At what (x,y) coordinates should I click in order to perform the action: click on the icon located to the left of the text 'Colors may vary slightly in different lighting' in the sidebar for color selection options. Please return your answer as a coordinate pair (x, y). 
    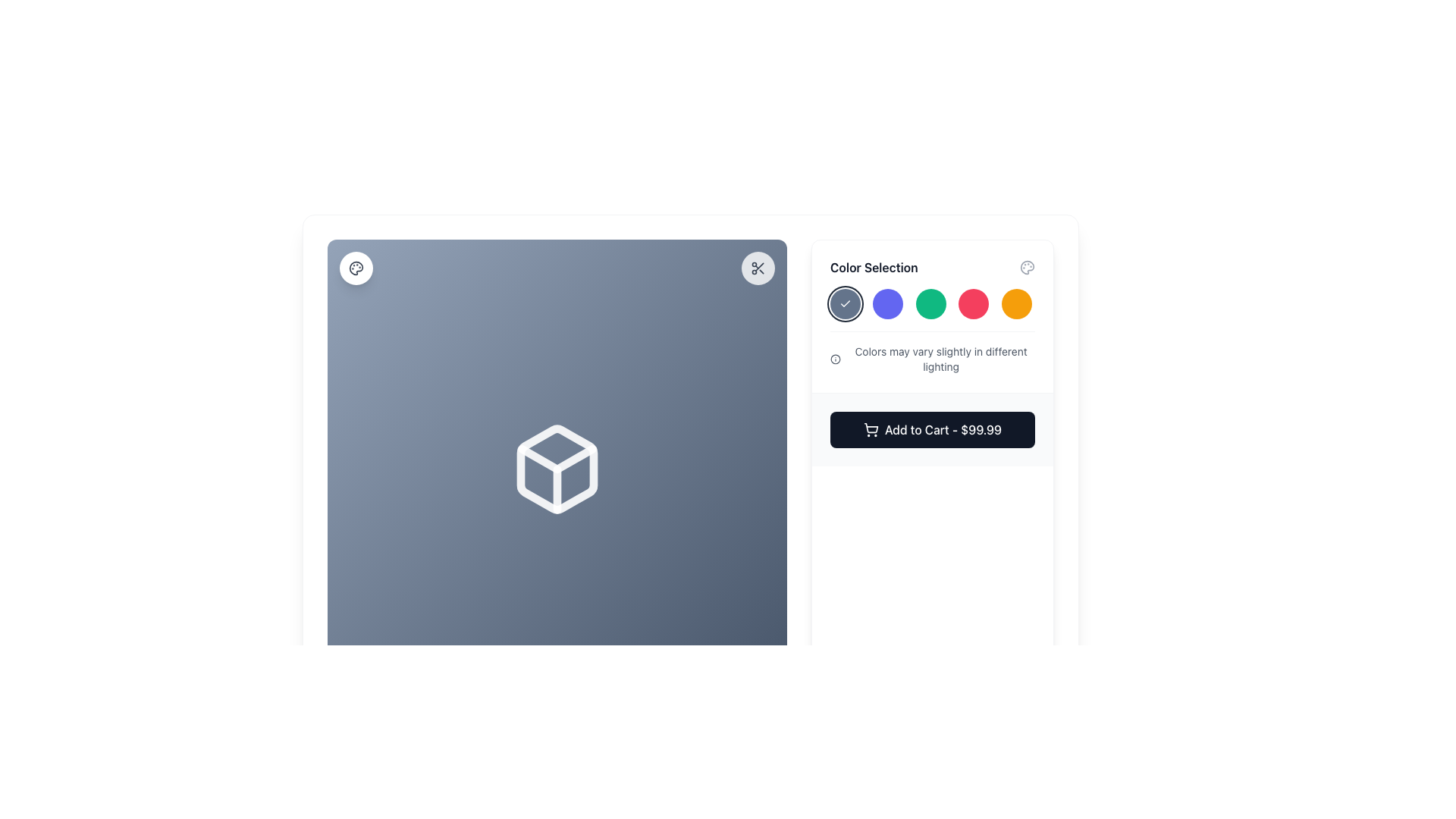
    Looking at the image, I should click on (835, 359).